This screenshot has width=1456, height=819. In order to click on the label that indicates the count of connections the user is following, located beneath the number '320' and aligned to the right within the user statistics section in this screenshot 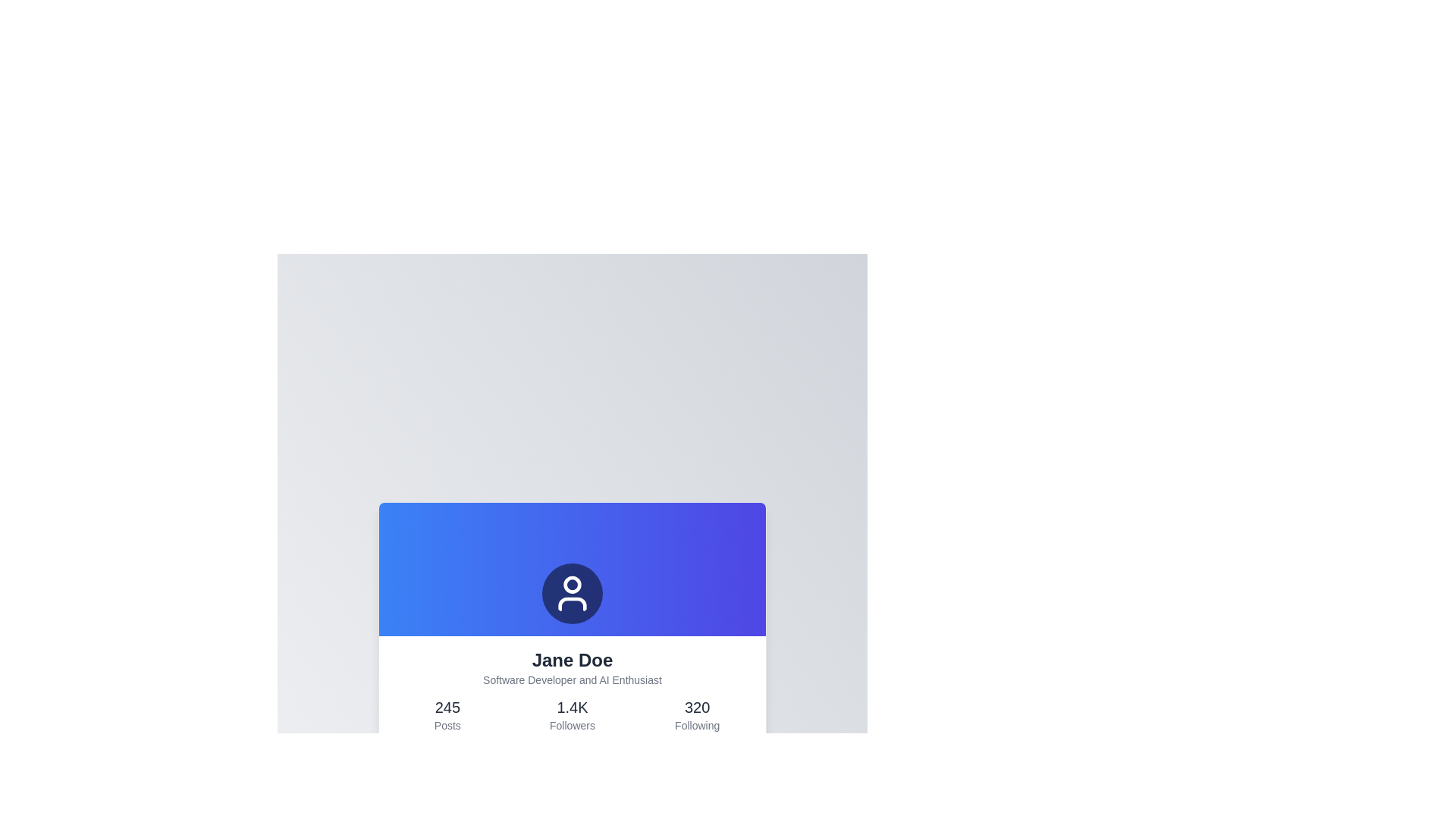, I will do `click(696, 724)`.